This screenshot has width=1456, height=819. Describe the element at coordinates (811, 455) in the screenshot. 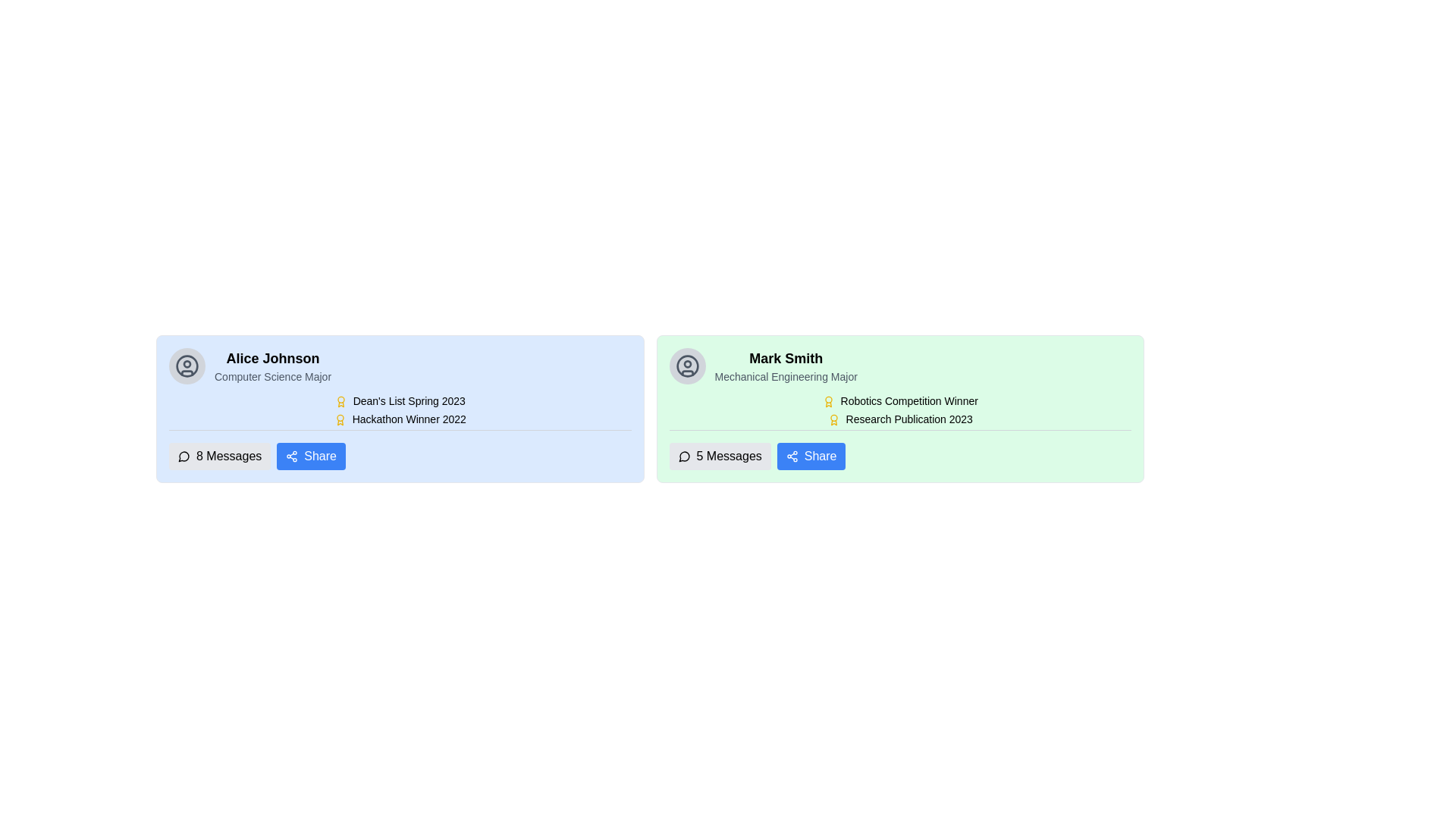

I see `the second button in the '5 Messages Share' section` at that location.